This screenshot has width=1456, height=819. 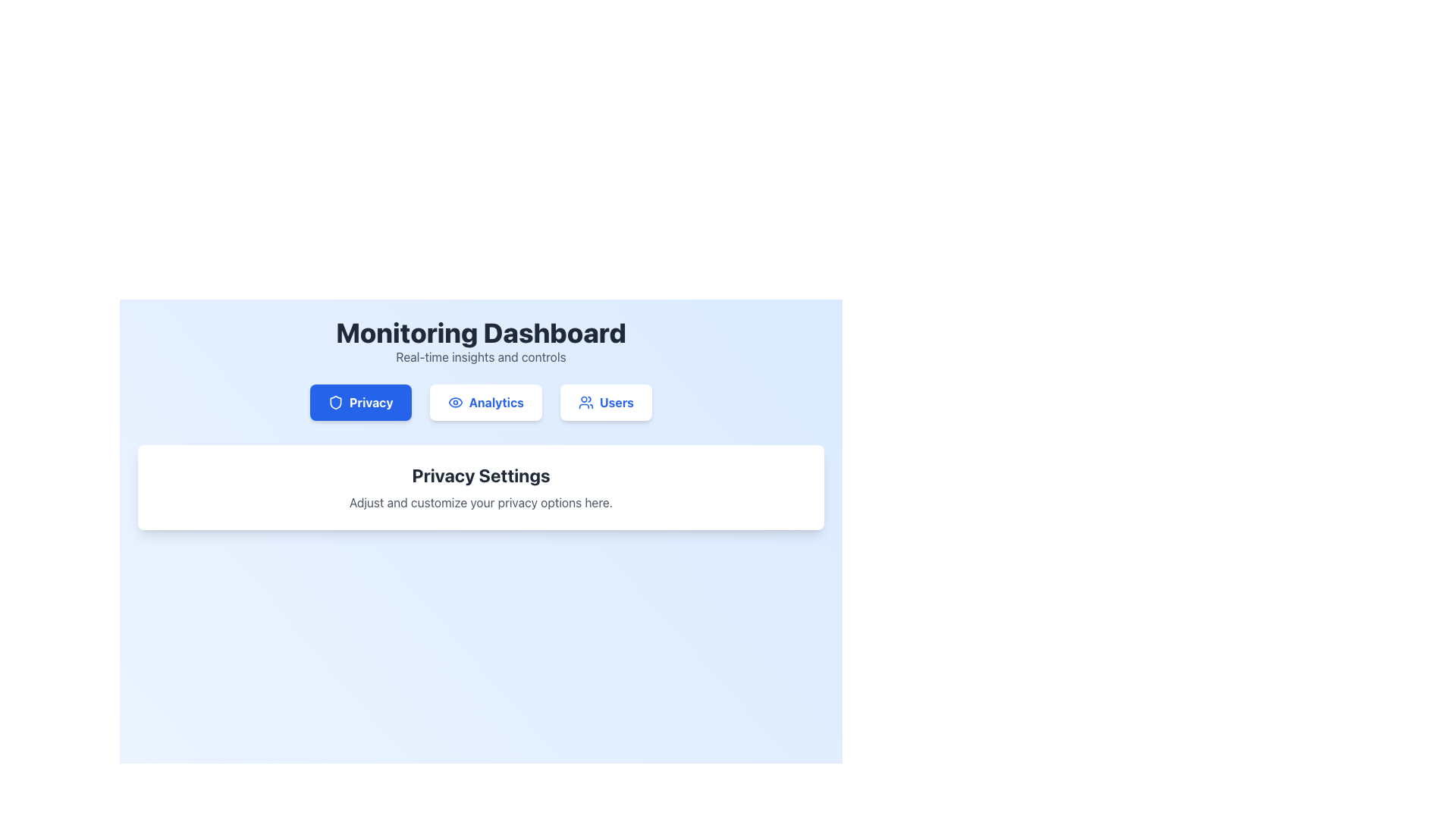 I want to click on the 'Users' button icon, which represents users or a group of people, located in the middle-top section of the layout below the 'Monitoring Dashboard' header, so click(x=585, y=402).